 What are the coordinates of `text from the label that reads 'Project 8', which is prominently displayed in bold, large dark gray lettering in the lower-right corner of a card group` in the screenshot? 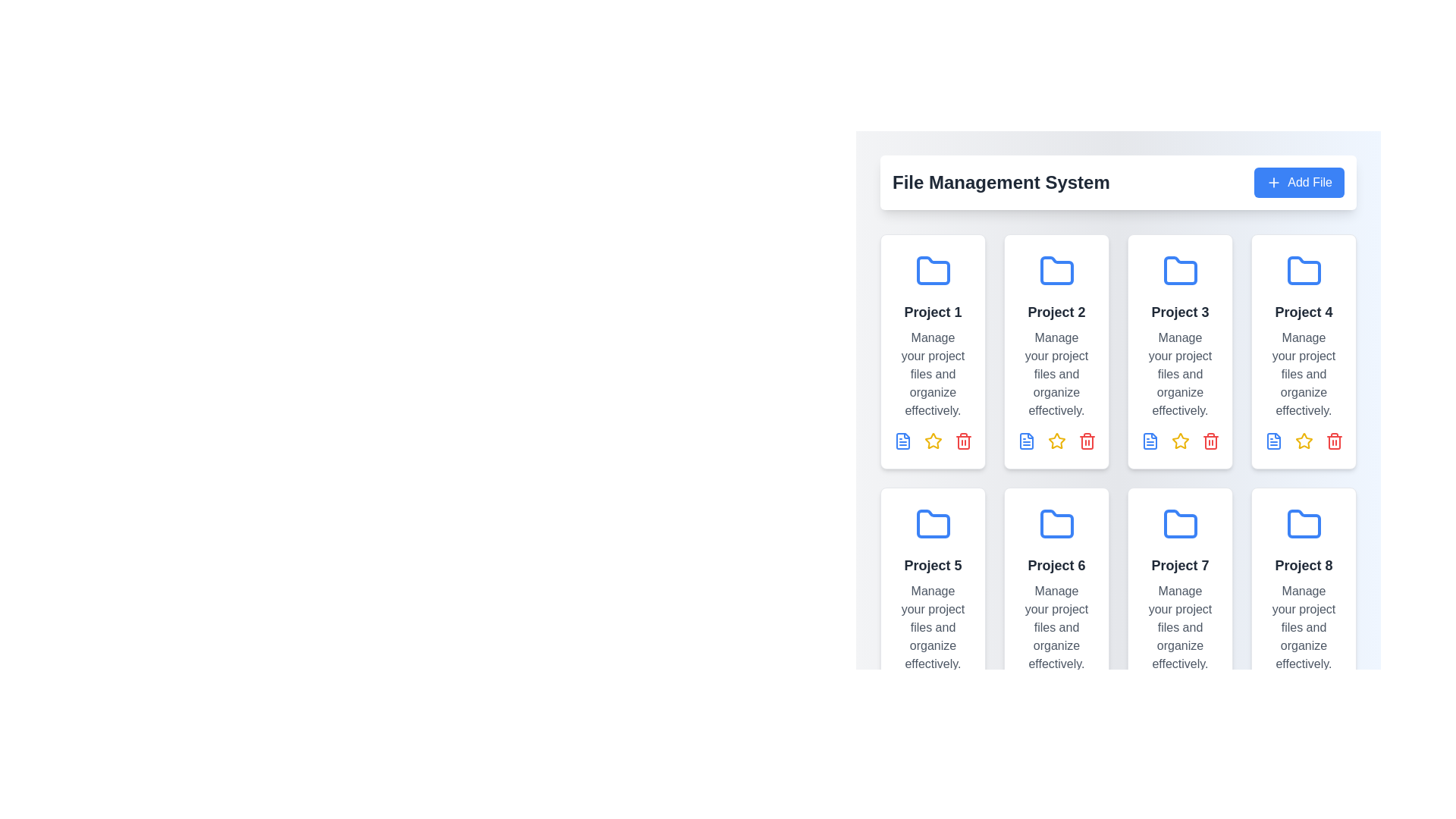 It's located at (1303, 565).